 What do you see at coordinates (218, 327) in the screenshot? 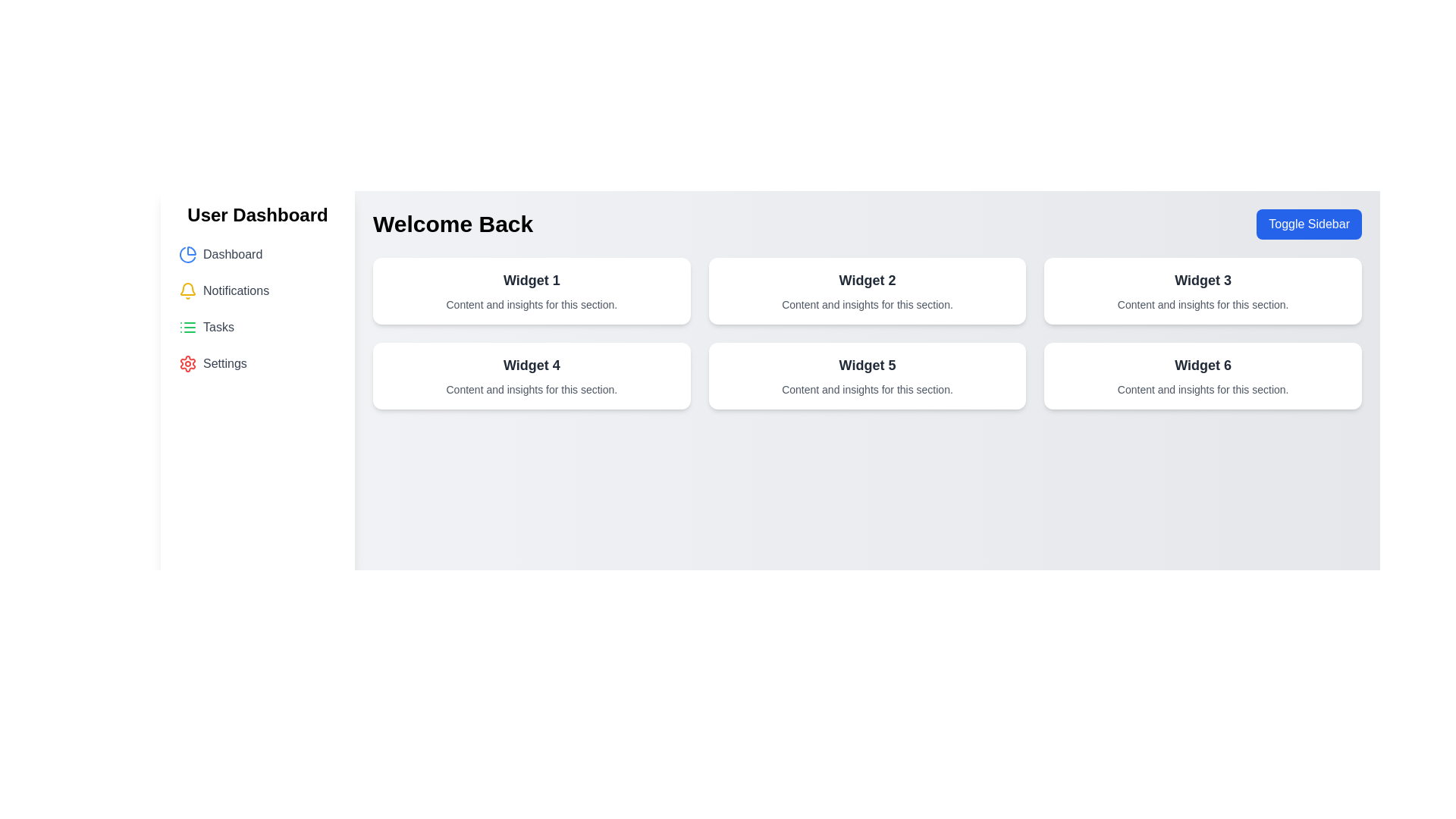
I see `the 'Tasks' text label in the sidebar` at bounding box center [218, 327].